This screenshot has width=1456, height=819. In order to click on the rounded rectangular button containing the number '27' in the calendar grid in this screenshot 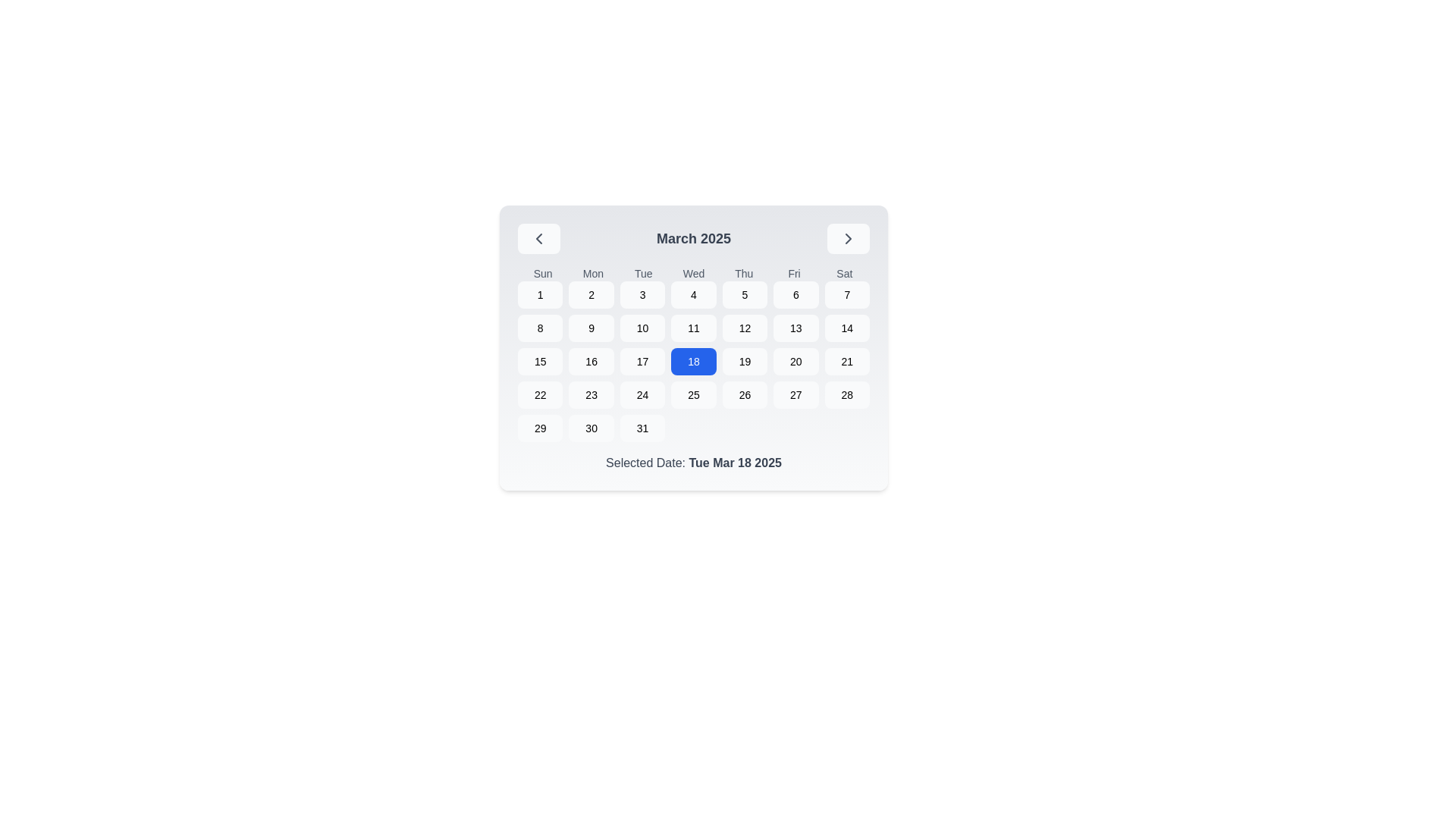, I will do `click(795, 394)`.